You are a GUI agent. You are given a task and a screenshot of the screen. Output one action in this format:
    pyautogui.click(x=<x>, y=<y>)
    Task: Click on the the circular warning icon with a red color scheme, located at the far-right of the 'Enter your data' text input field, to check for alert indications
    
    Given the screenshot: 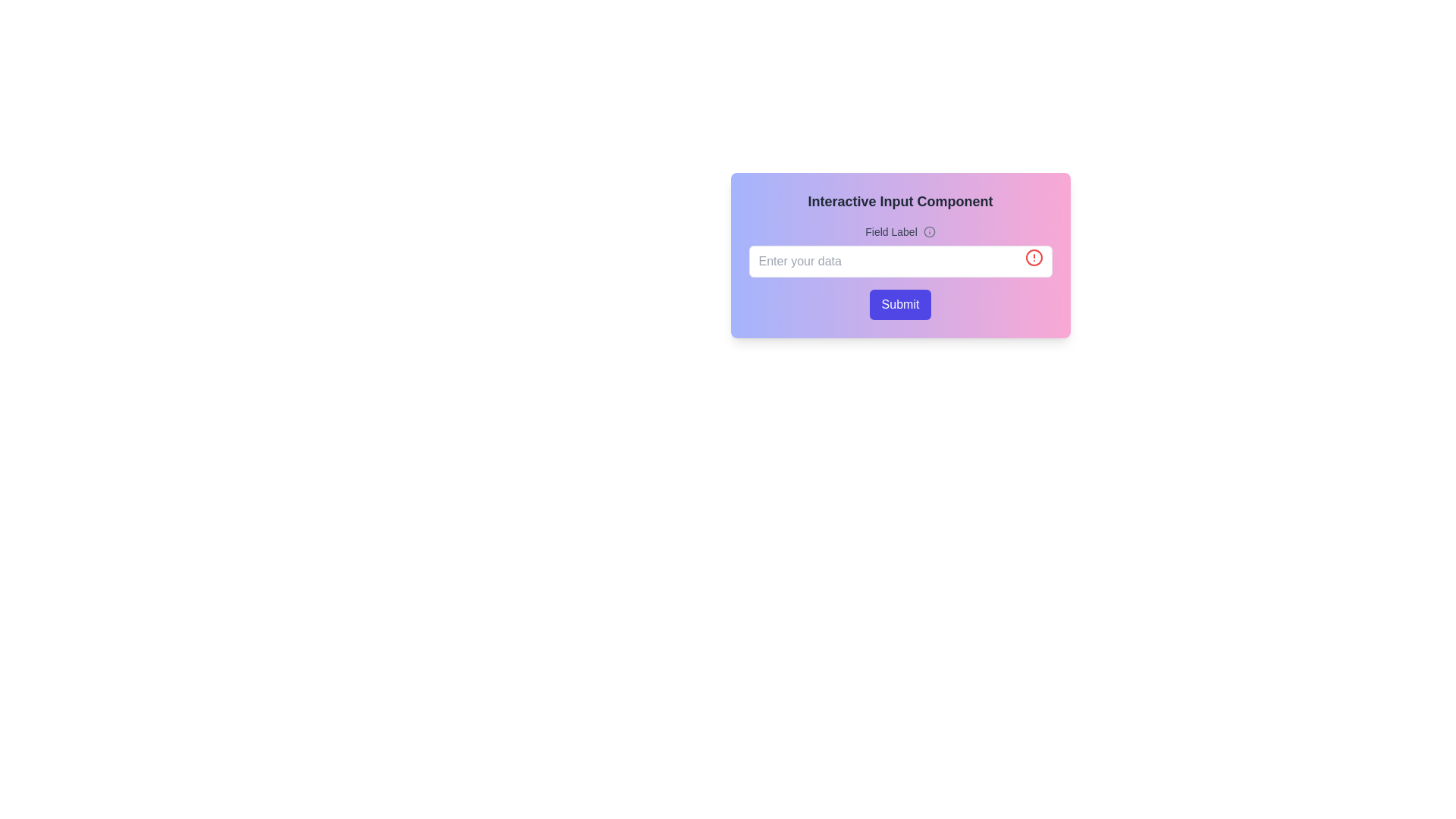 What is the action you would take?
    pyautogui.click(x=1033, y=256)
    